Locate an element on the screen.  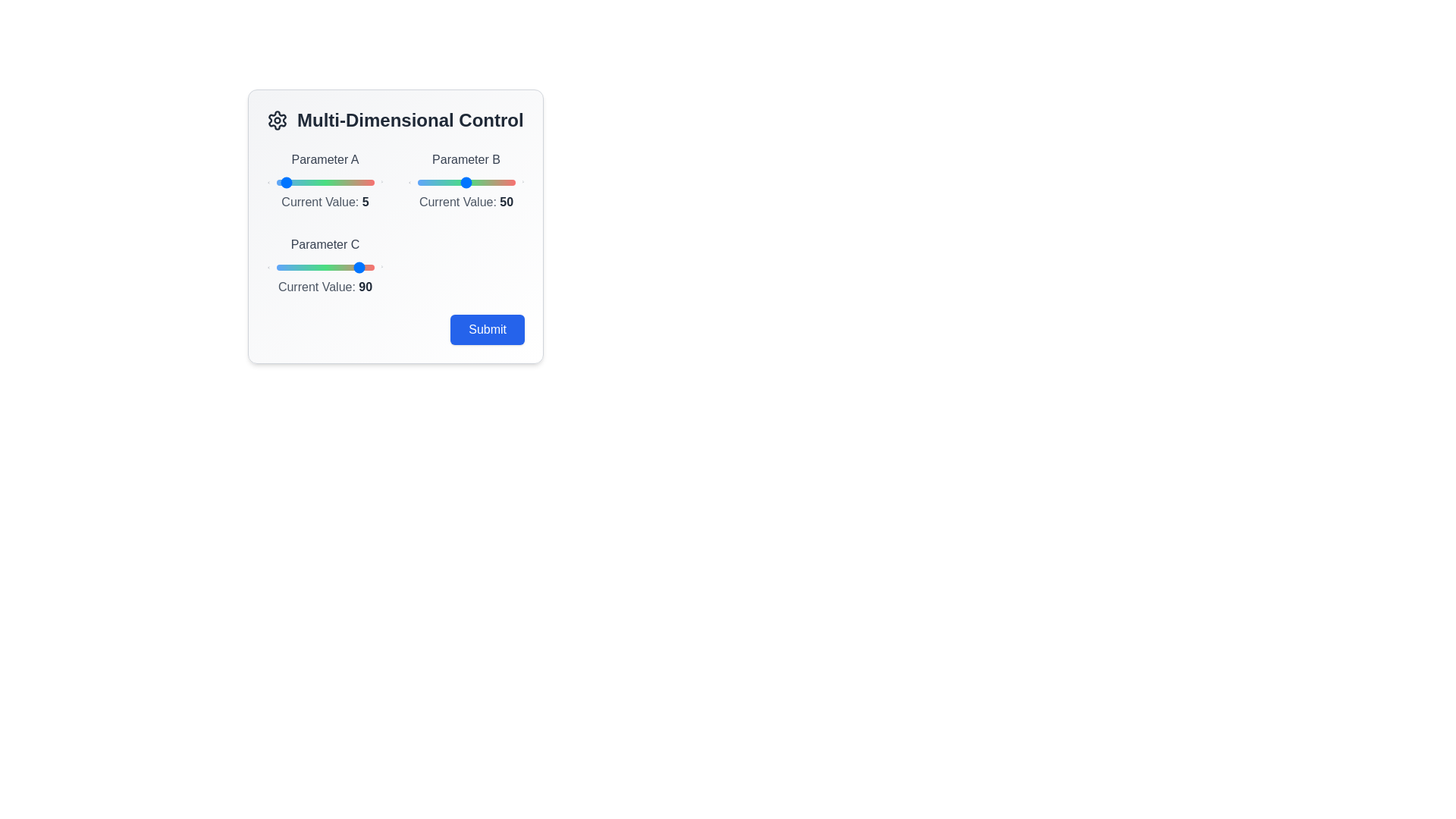
the Submit button to finalize the changes is located at coordinates (488, 329).